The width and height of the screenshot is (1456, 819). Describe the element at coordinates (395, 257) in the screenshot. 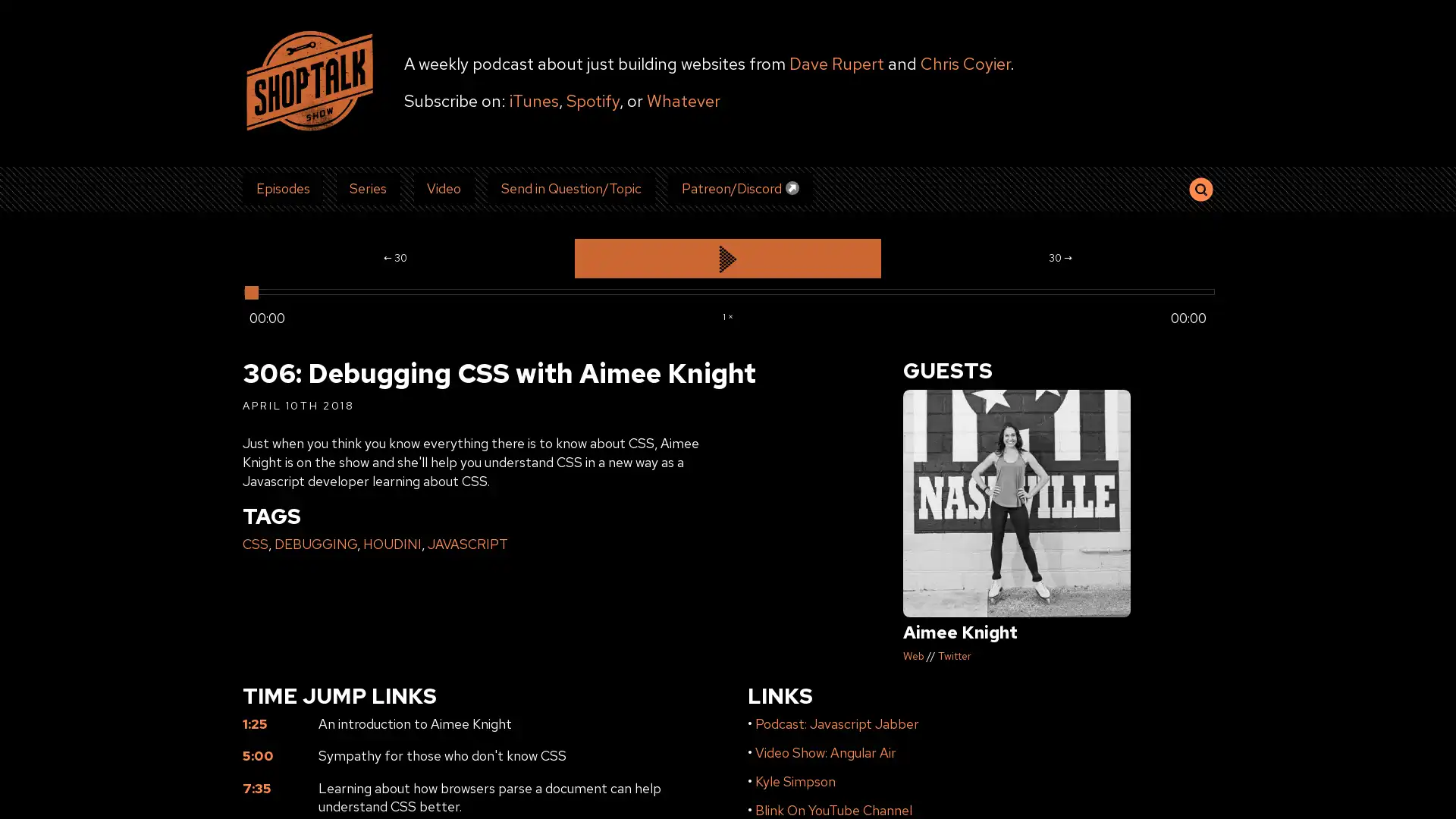

I see `Rewind 30 seconds` at that location.